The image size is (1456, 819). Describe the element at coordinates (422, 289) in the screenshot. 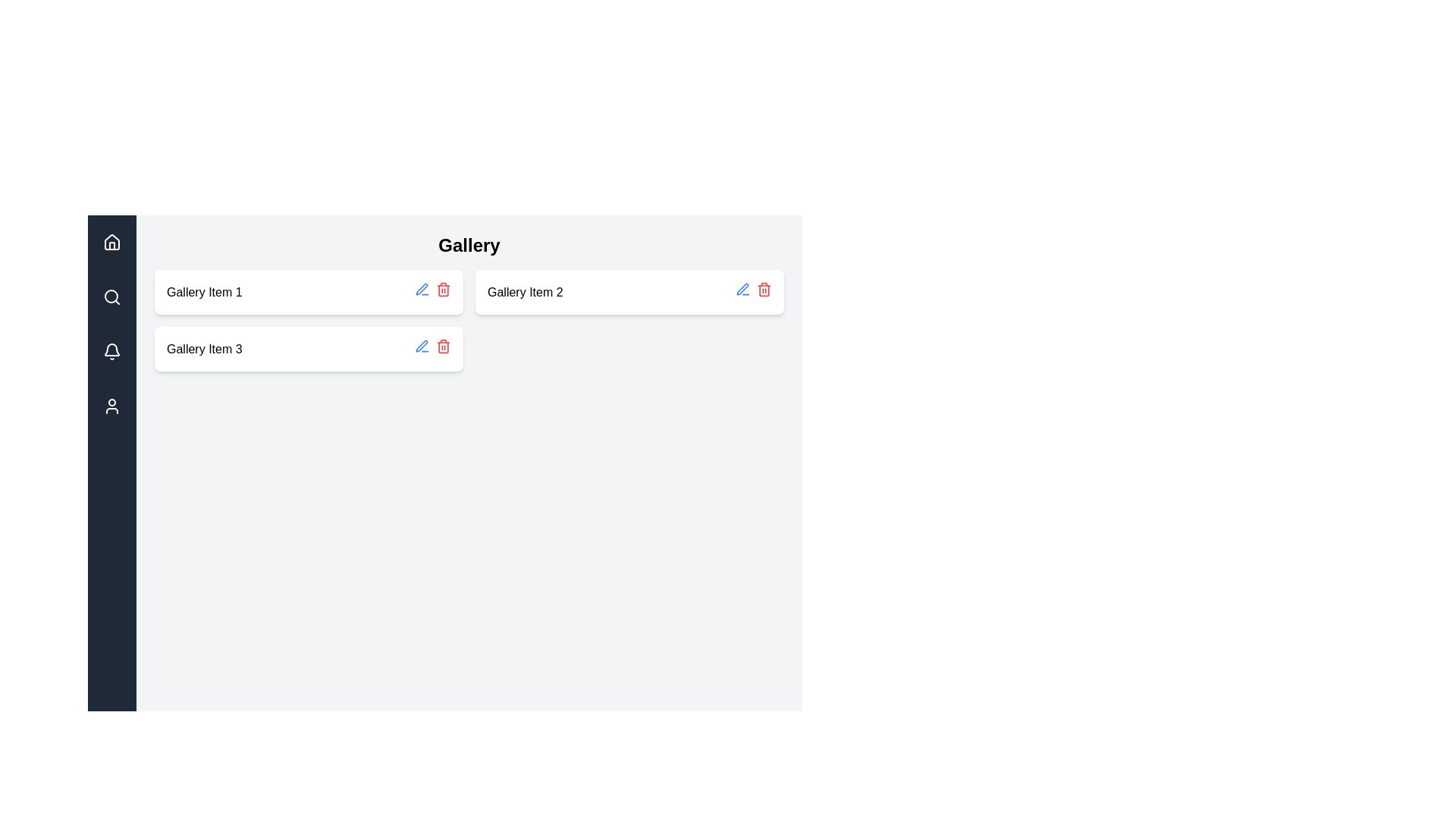

I see `the blue pen icon` at that location.